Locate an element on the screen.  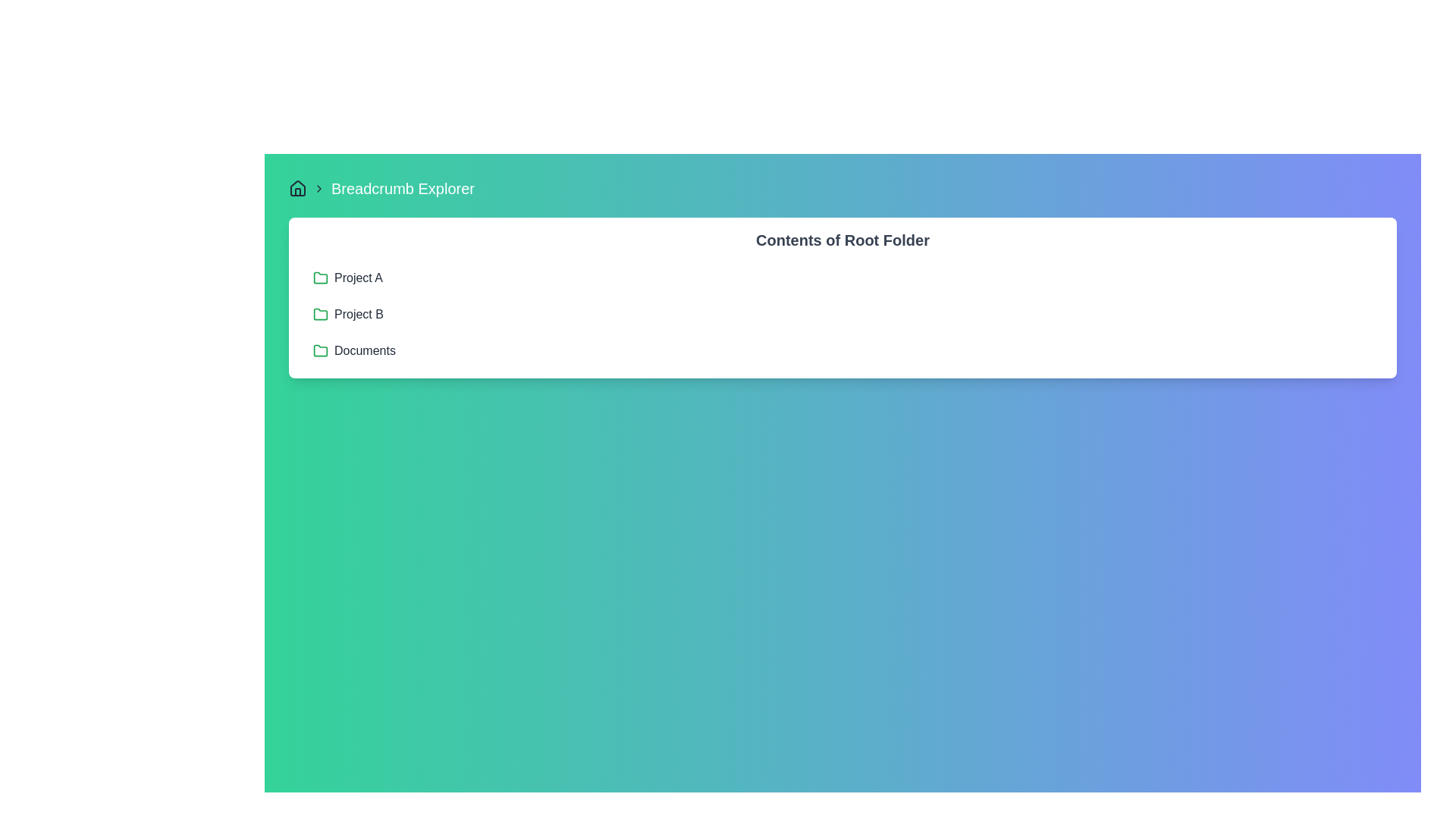
the text label for the folder named 'Project B', which is the second item in a vertical list of folder entries, located between 'Project A' and 'Documents' is located at coordinates (358, 314).